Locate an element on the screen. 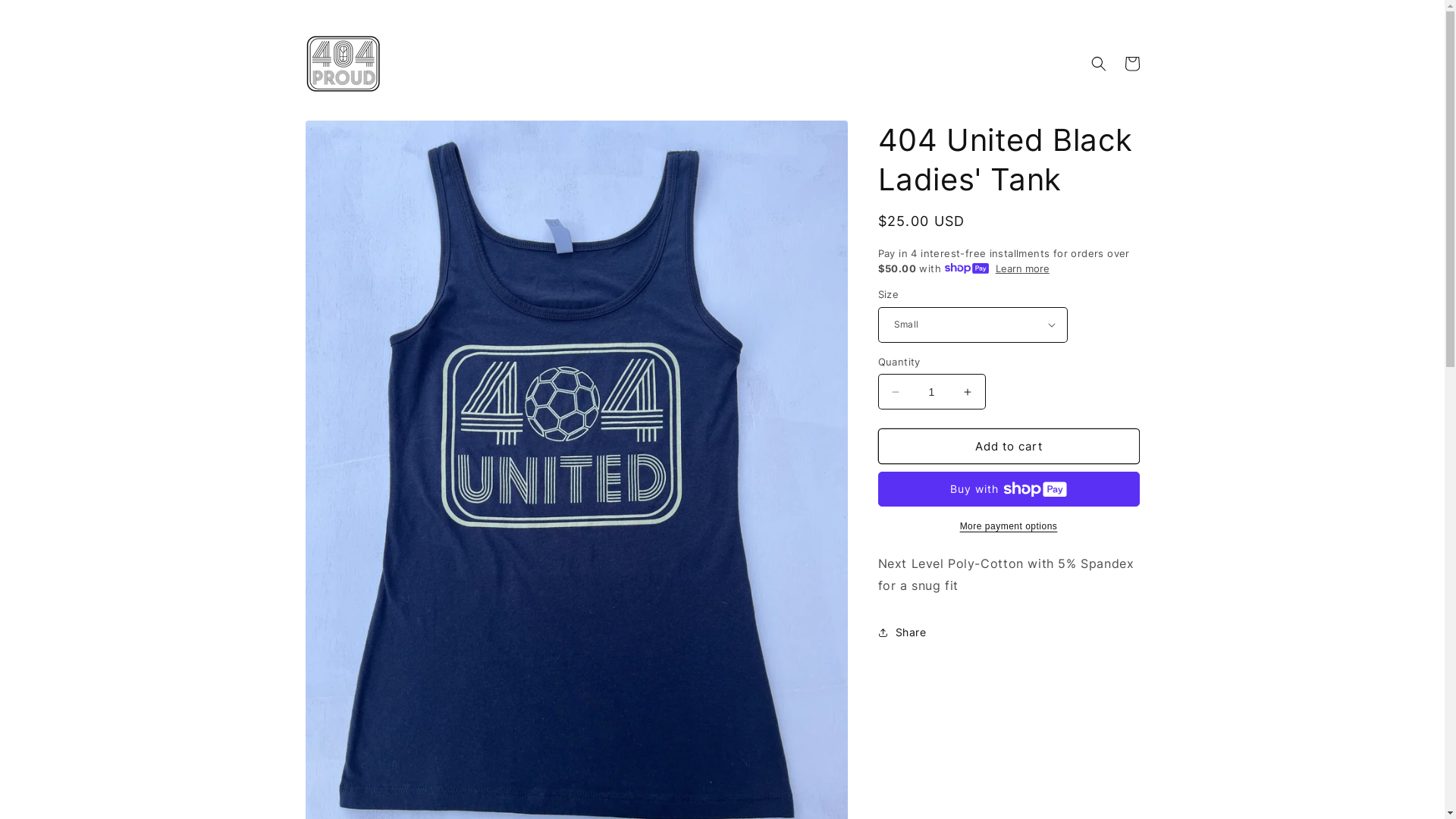 This screenshot has width=1456, height=819. 'Cart' is located at coordinates (1131, 63).